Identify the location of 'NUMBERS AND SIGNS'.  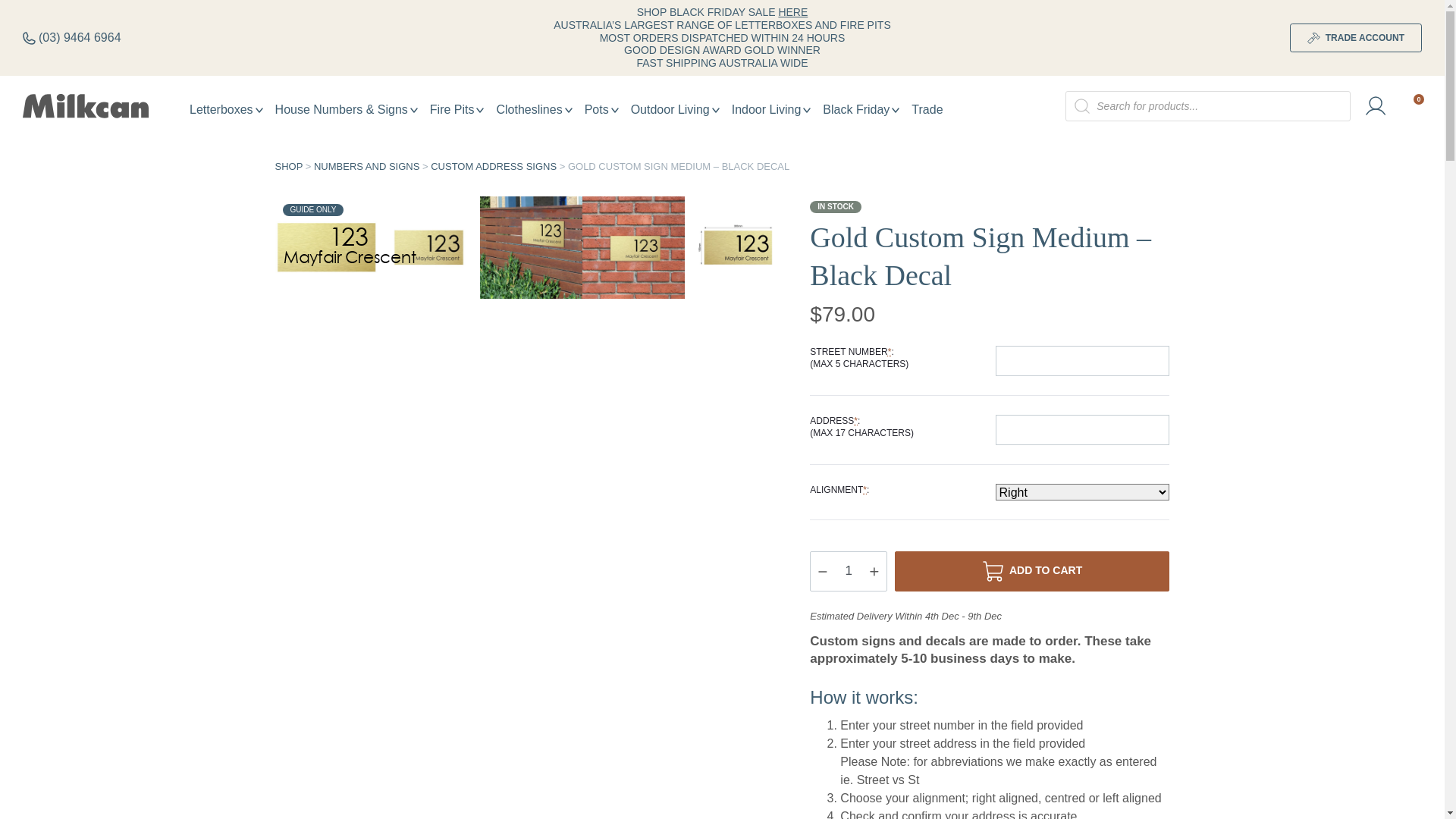
(366, 166).